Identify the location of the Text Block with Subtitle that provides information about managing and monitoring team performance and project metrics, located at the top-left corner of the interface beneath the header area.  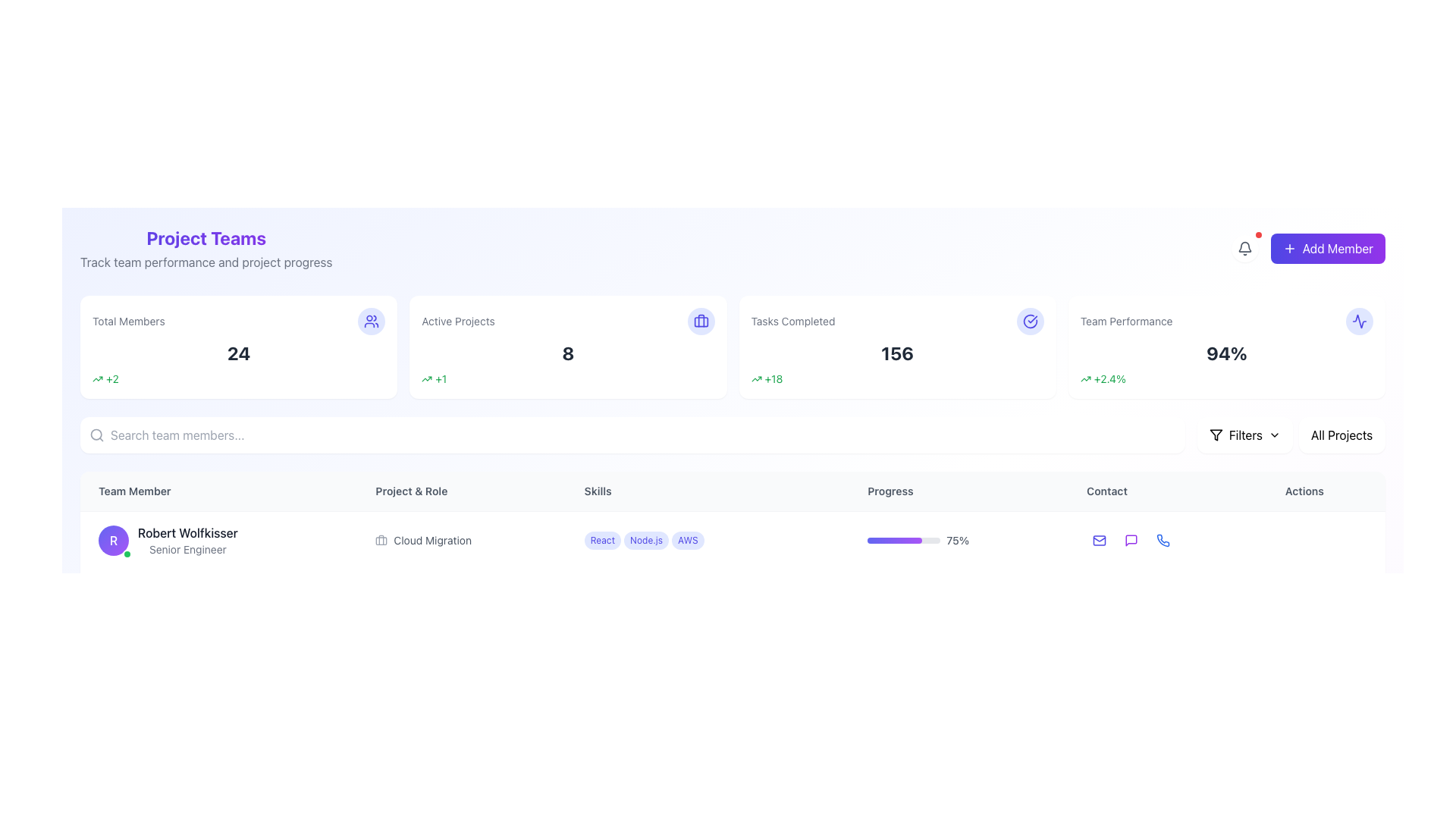
(206, 247).